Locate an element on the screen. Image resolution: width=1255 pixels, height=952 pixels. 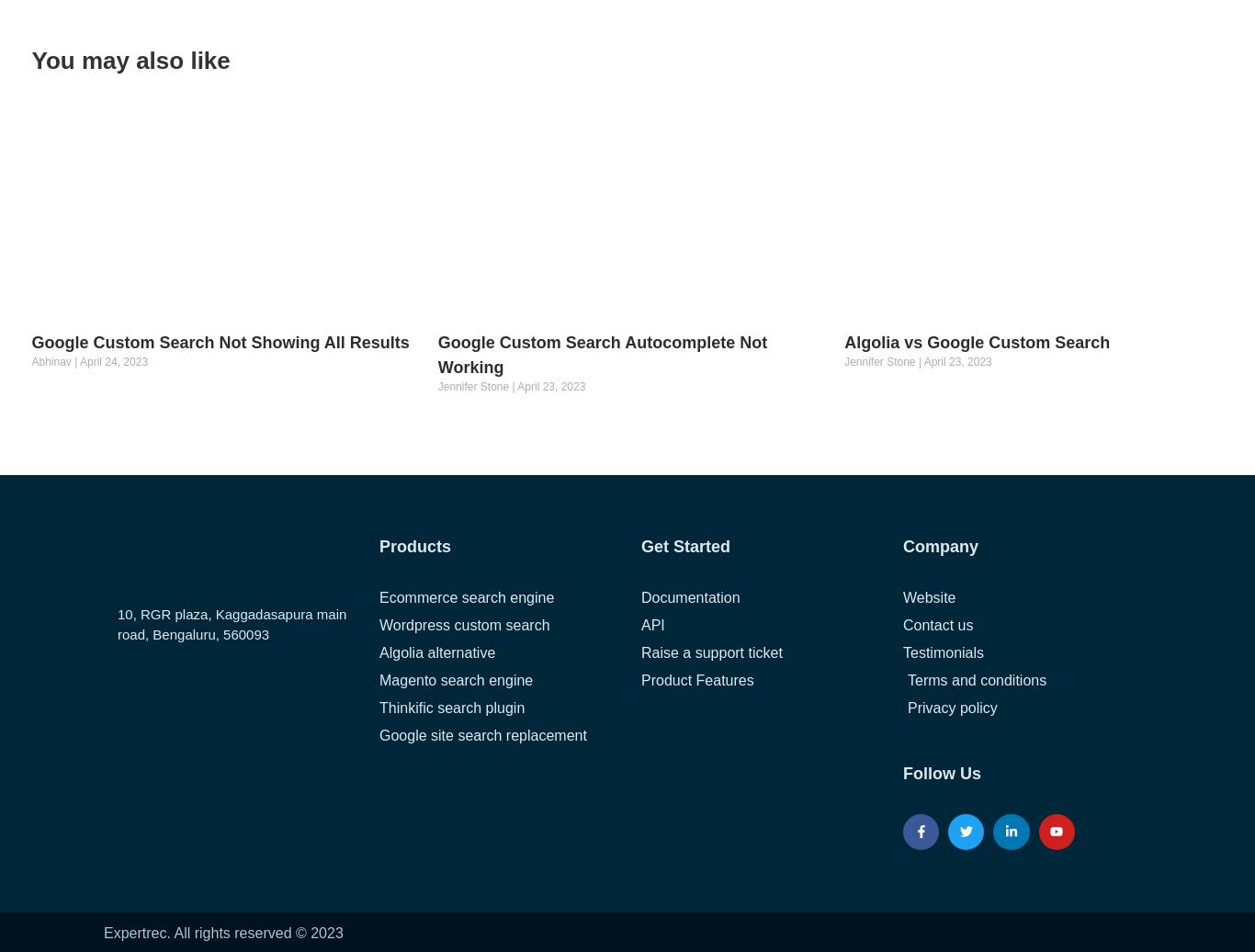
'April 24, 2023' is located at coordinates (111, 360).